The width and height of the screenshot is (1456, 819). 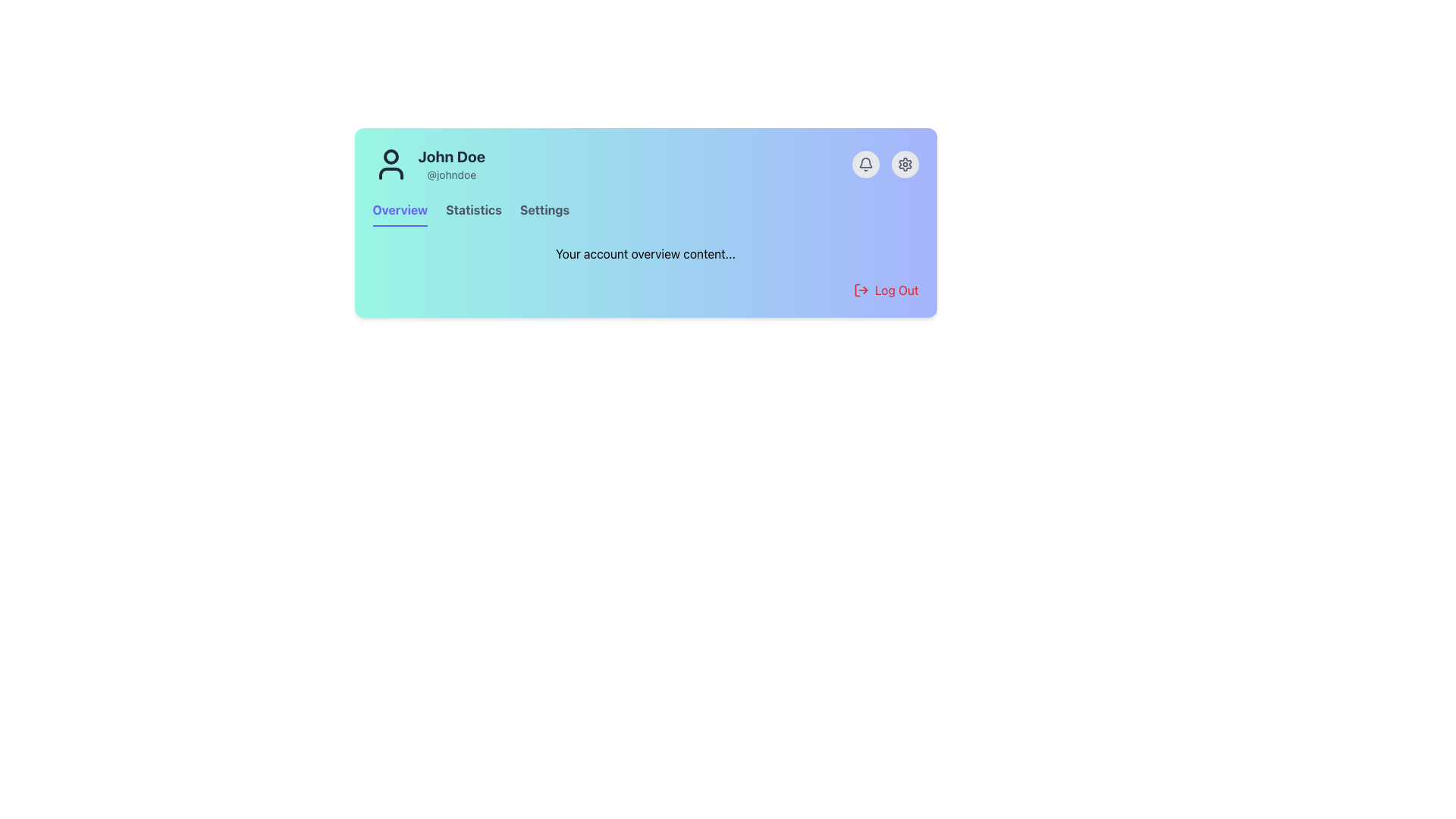 What do you see at coordinates (905, 164) in the screenshot?
I see `the circular settings button with a gear icon located in the settings pane` at bounding box center [905, 164].